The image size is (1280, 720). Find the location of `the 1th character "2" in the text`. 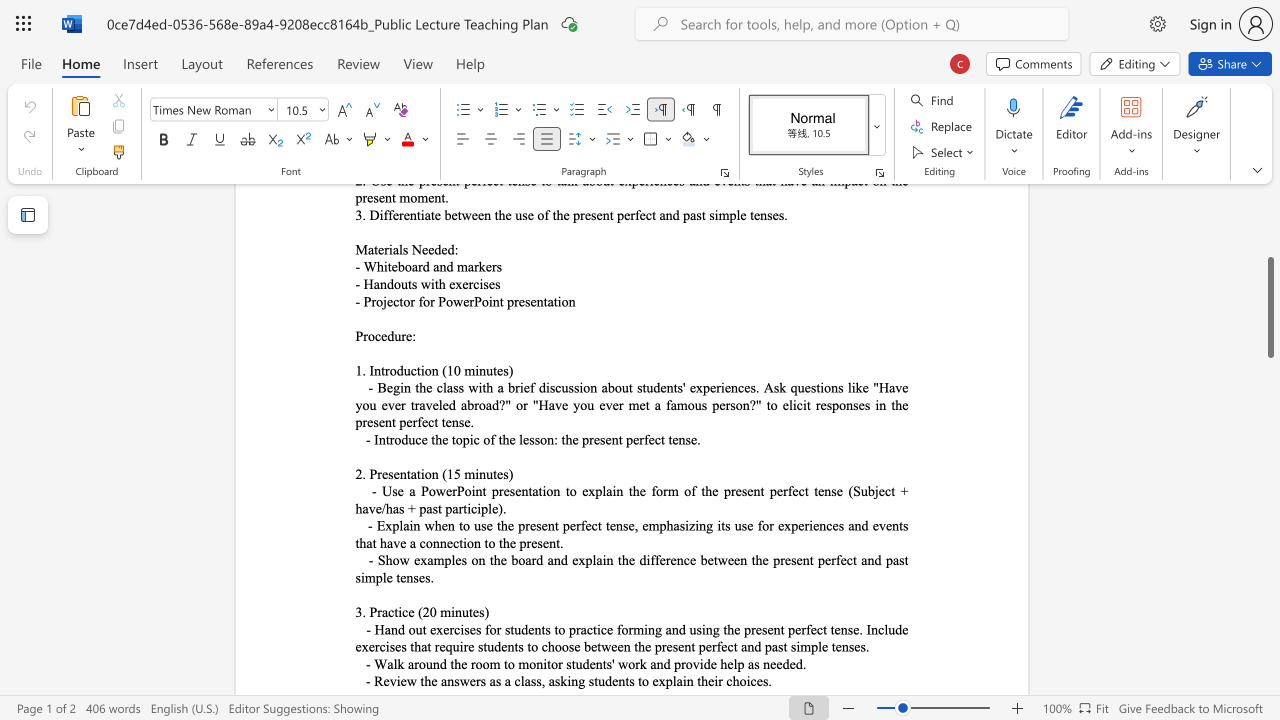

the 1th character "2" in the text is located at coordinates (425, 611).